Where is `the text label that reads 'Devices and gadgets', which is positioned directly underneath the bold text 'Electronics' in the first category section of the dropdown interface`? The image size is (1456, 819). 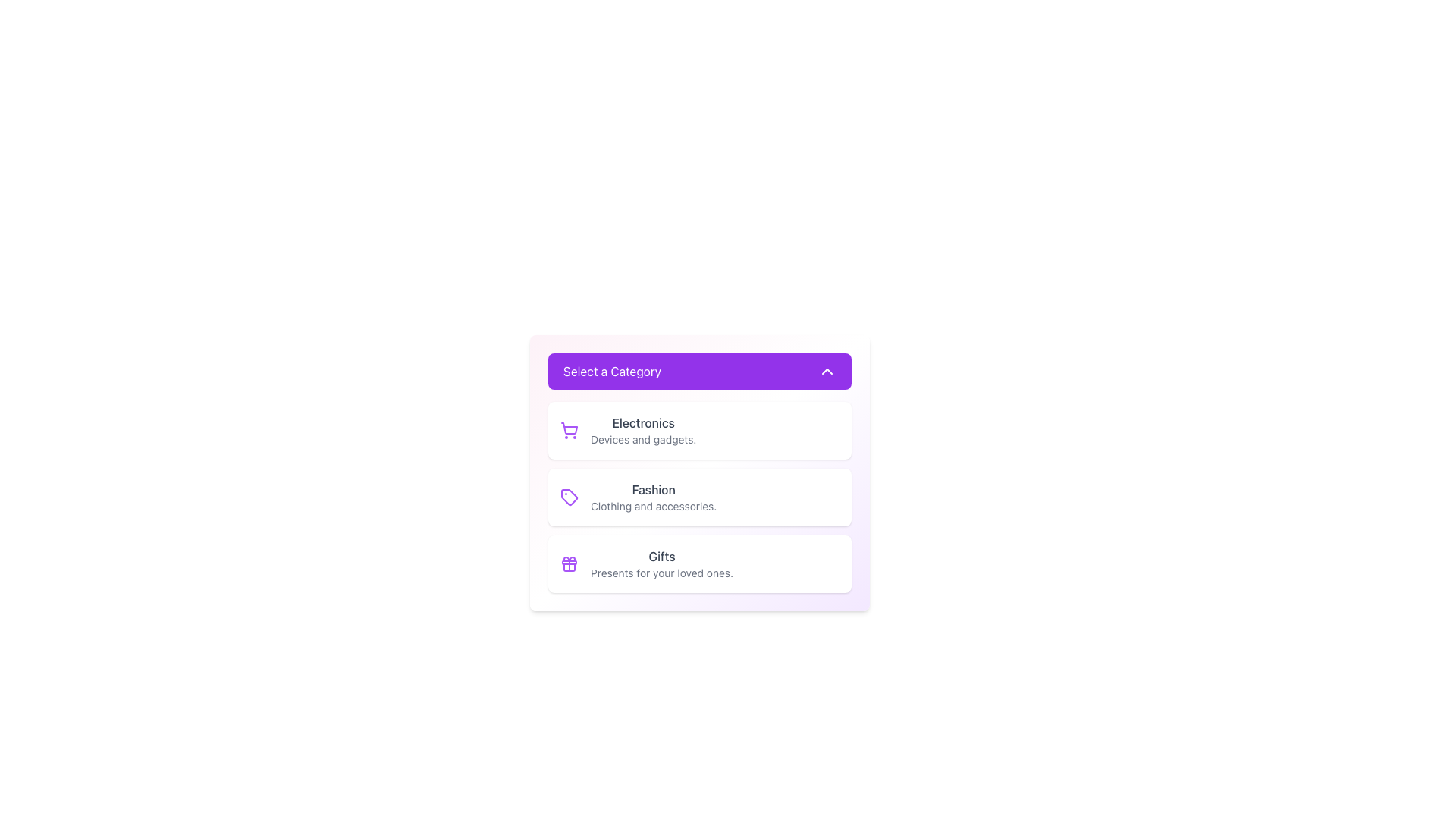 the text label that reads 'Devices and gadgets', which is positioned directly underneath the bold text 'Electronics' in the first category section of the dropdown interface is located at coordinates (643, 439).